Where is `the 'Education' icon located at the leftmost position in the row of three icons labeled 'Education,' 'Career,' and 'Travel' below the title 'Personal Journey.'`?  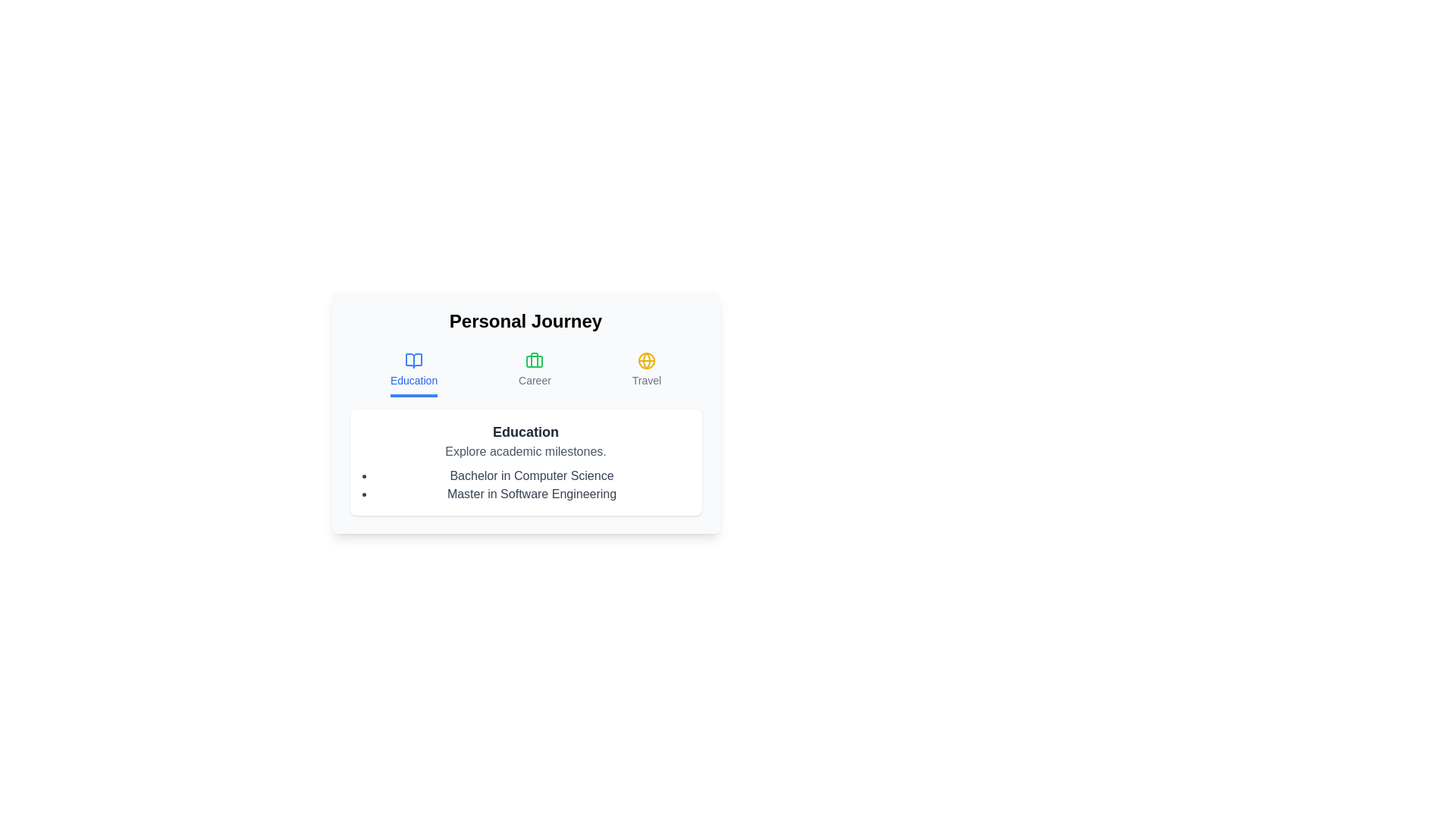
the 'Education' icon located at the leftmost position in the row of three icons labeled 'Education,' 'Career,' and 'Travel' below the title 'Personal Journey.' is located at coordinates (414, 360).